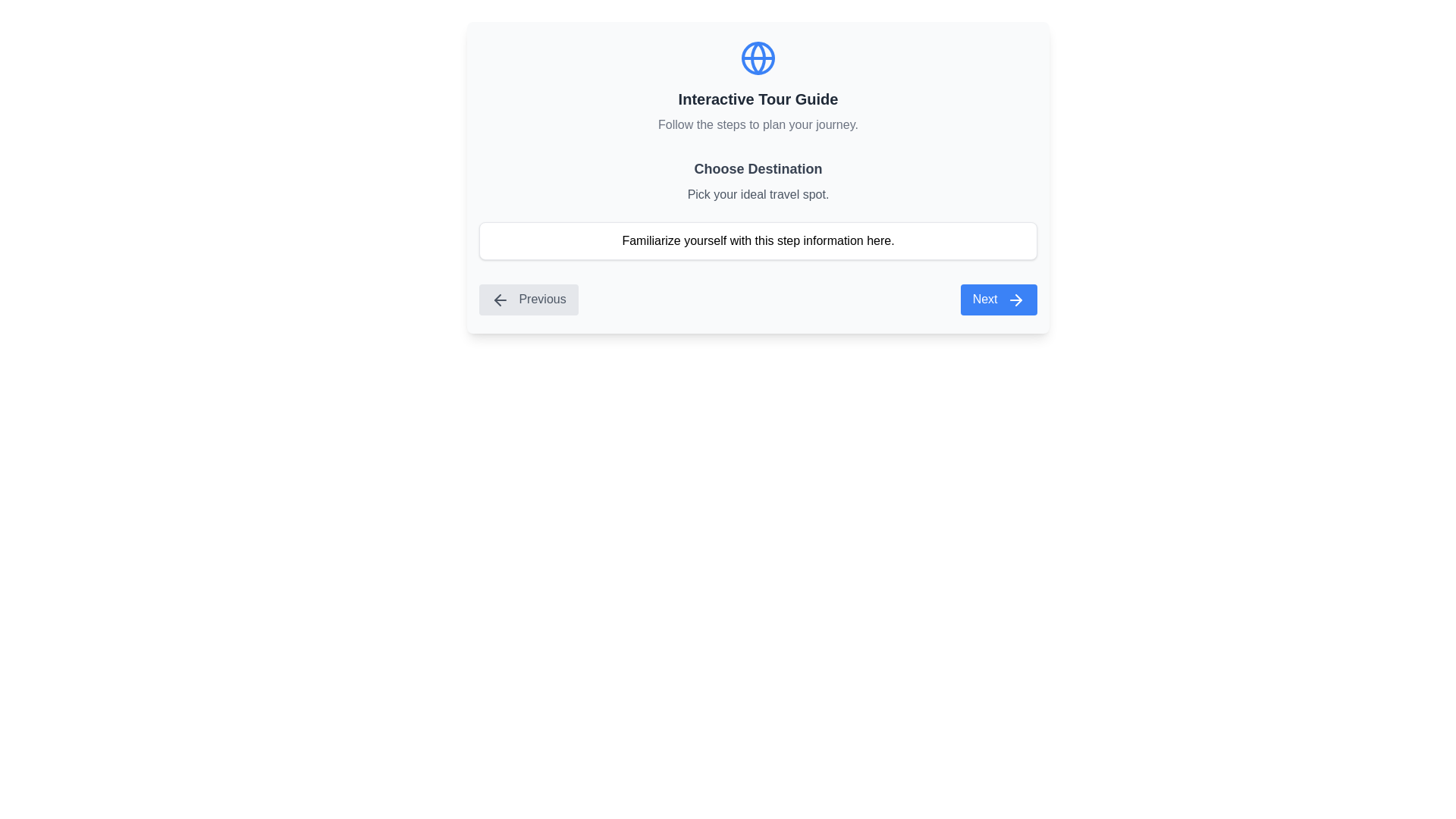 Image resolution: width=1456 pixels, height=819 pixels. What do you see at coordinates (758, 194) in the screenshot?
I see `the text label that says 'Pick your ideal travel spot.', which is centered below the heading 'Choose Destination'` at bounding box center [758, 194].